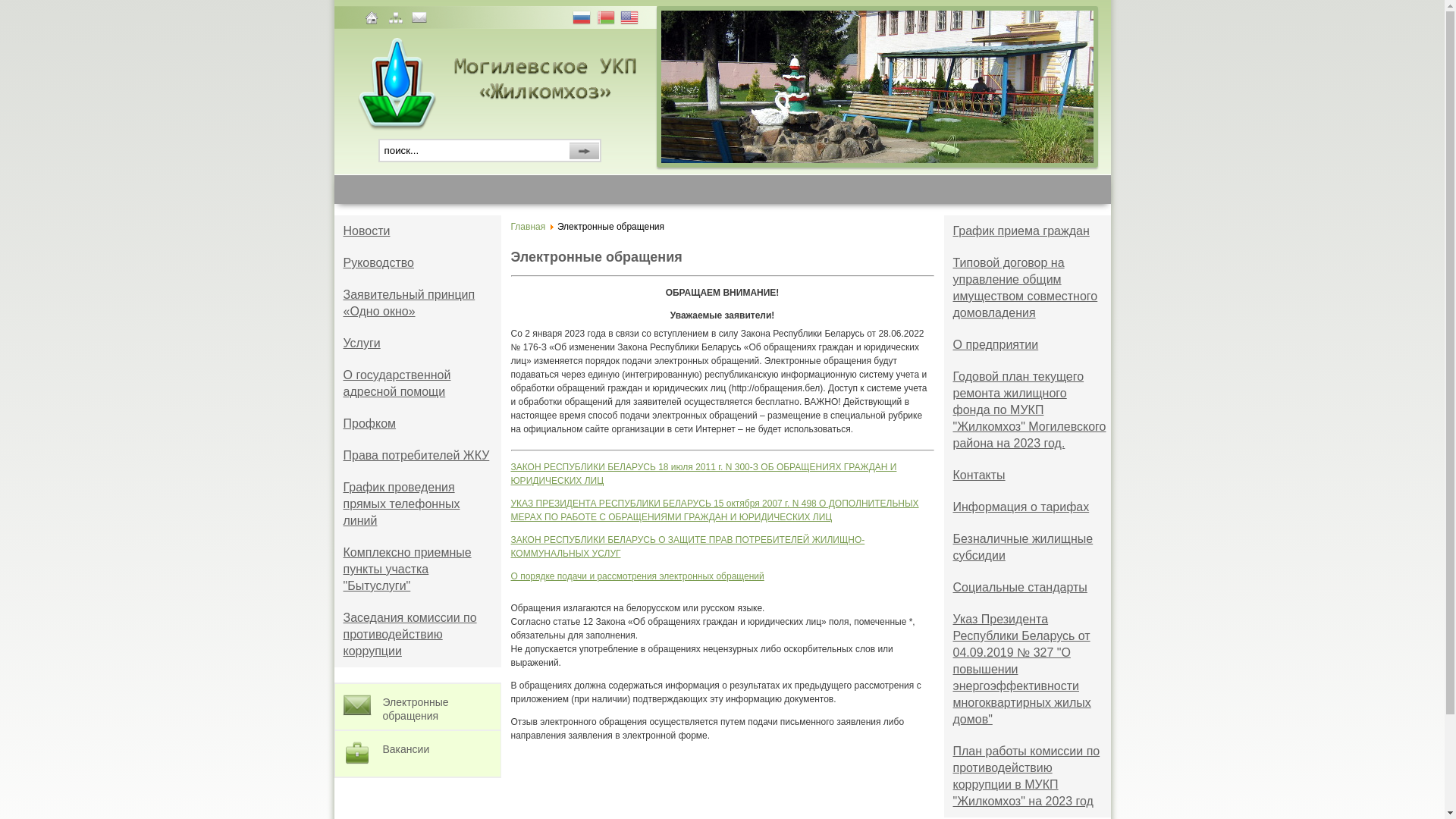  I want to click on 'Russian', so click(571, 19).